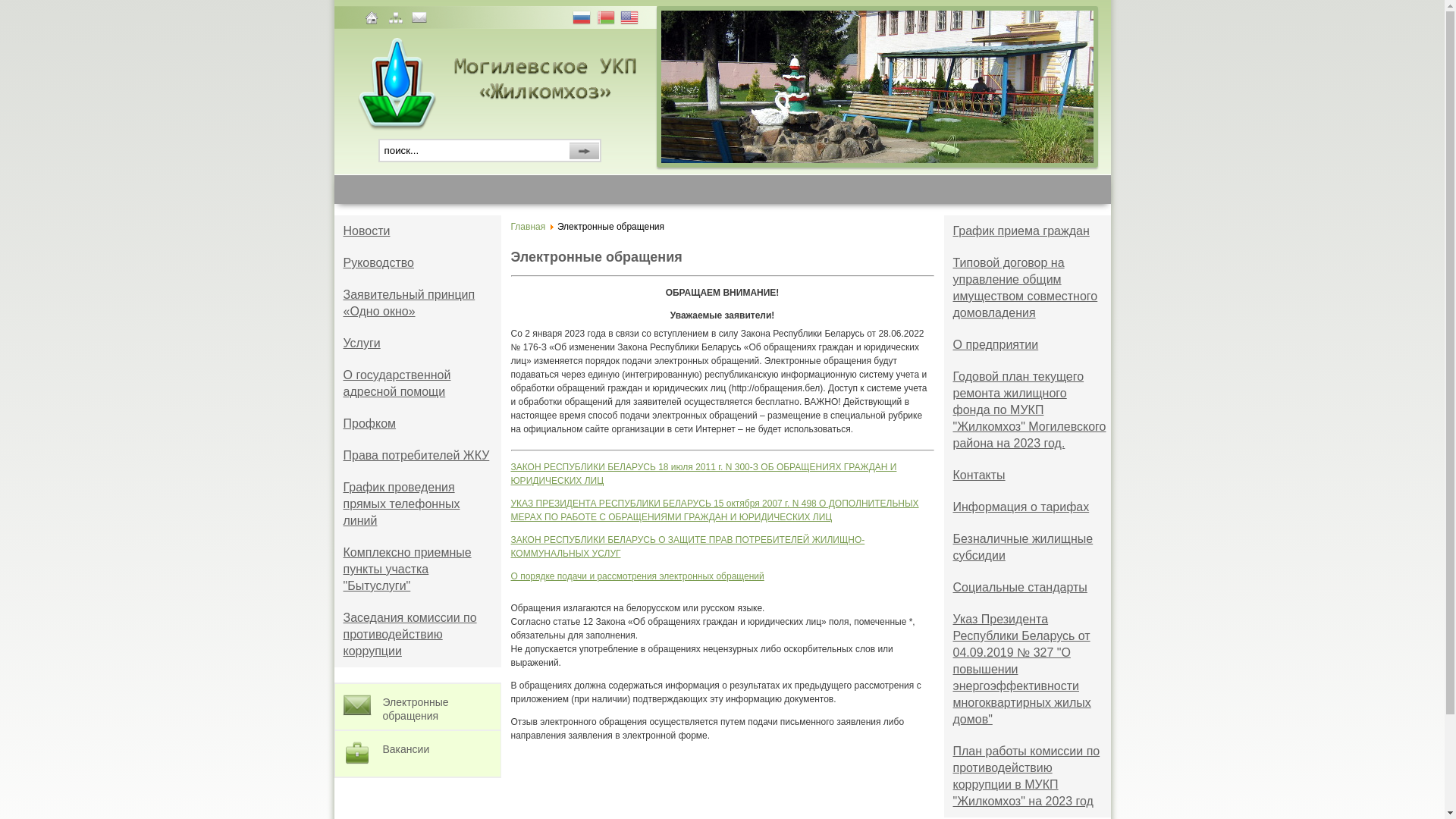  I want to click on 'Russian', so click(571, 19).